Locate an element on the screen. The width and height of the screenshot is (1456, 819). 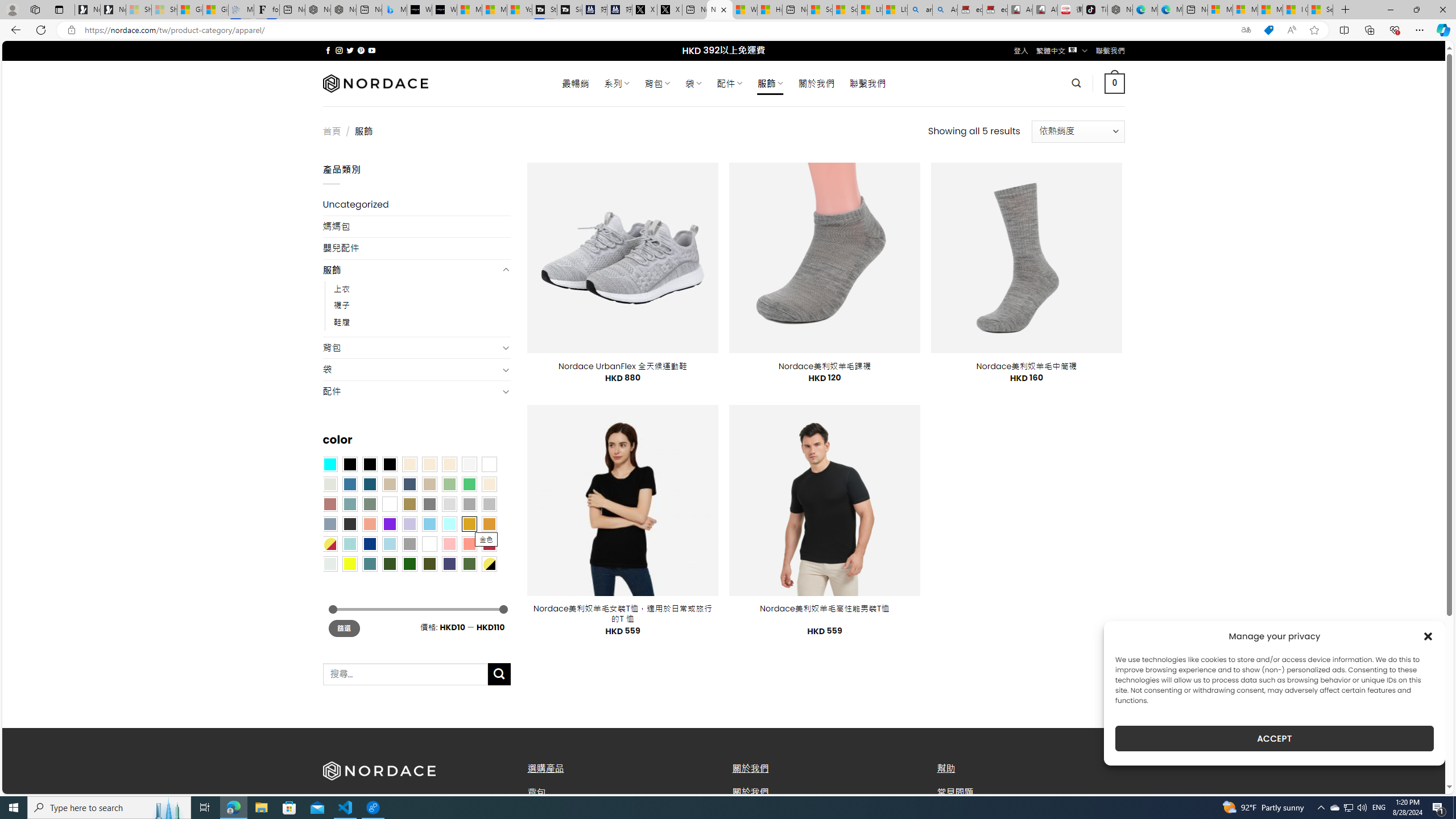
'Dull Nickle' is located at coordinates (329, 562).